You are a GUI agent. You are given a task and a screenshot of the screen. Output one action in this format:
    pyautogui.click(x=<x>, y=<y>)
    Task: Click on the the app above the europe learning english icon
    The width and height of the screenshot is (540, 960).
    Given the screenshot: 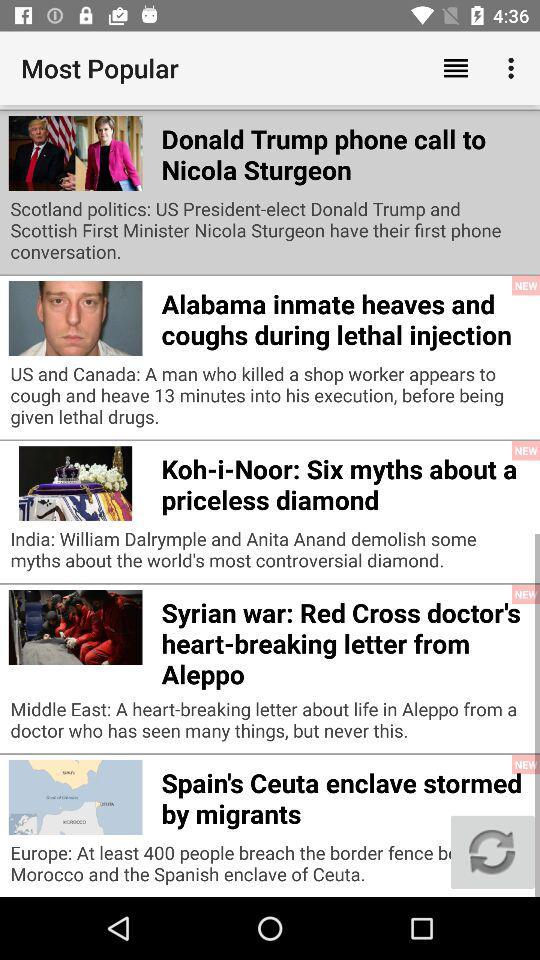 What is the action you would take?
    pyautogui.click(x=513, y=68)
    